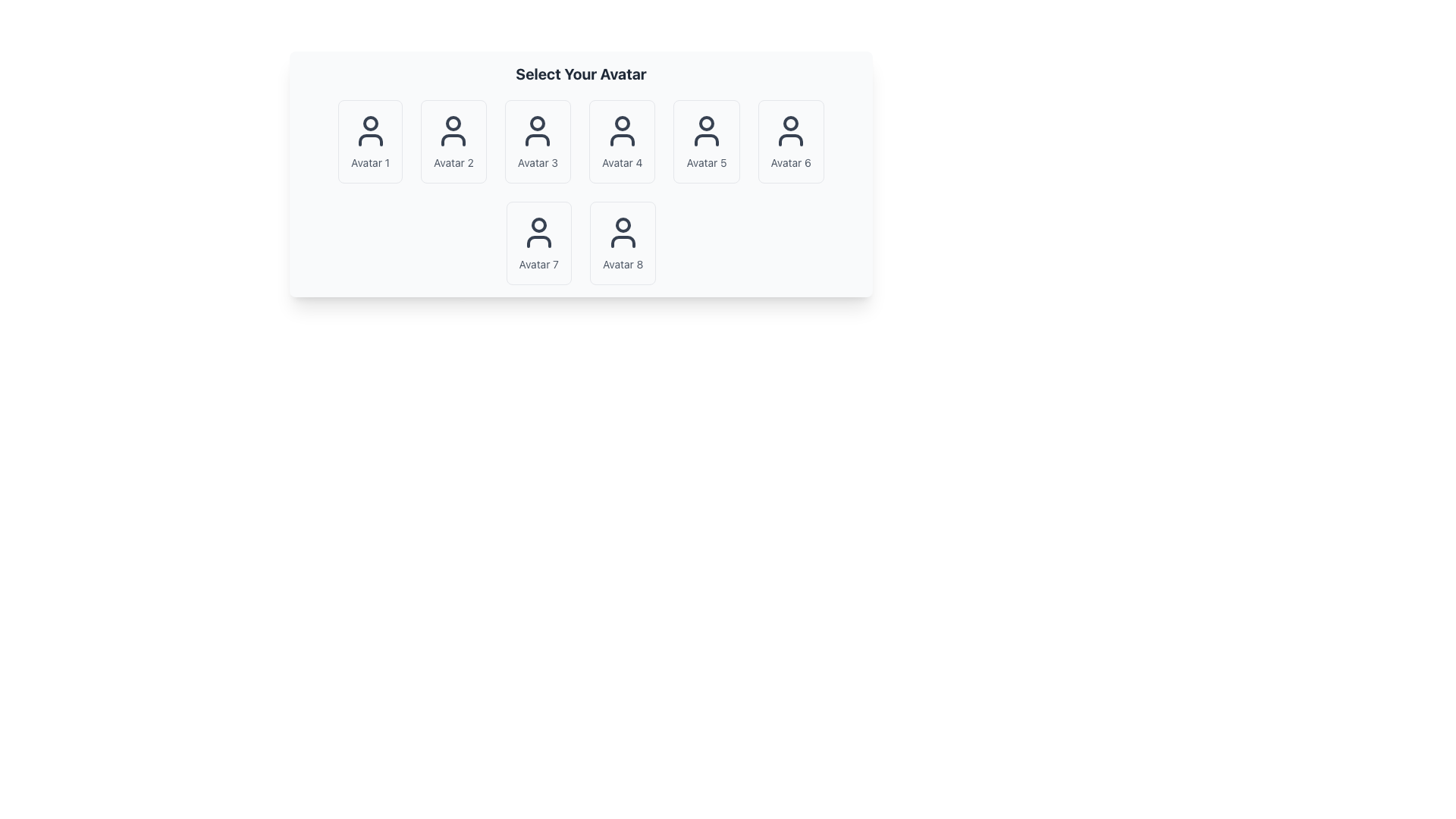 The image size is (1456, 819). What do you see at coordinates (623, 242) in the screenshot?
I see `the 'Avatar 8' selection card` at bounding box center [623, 242].